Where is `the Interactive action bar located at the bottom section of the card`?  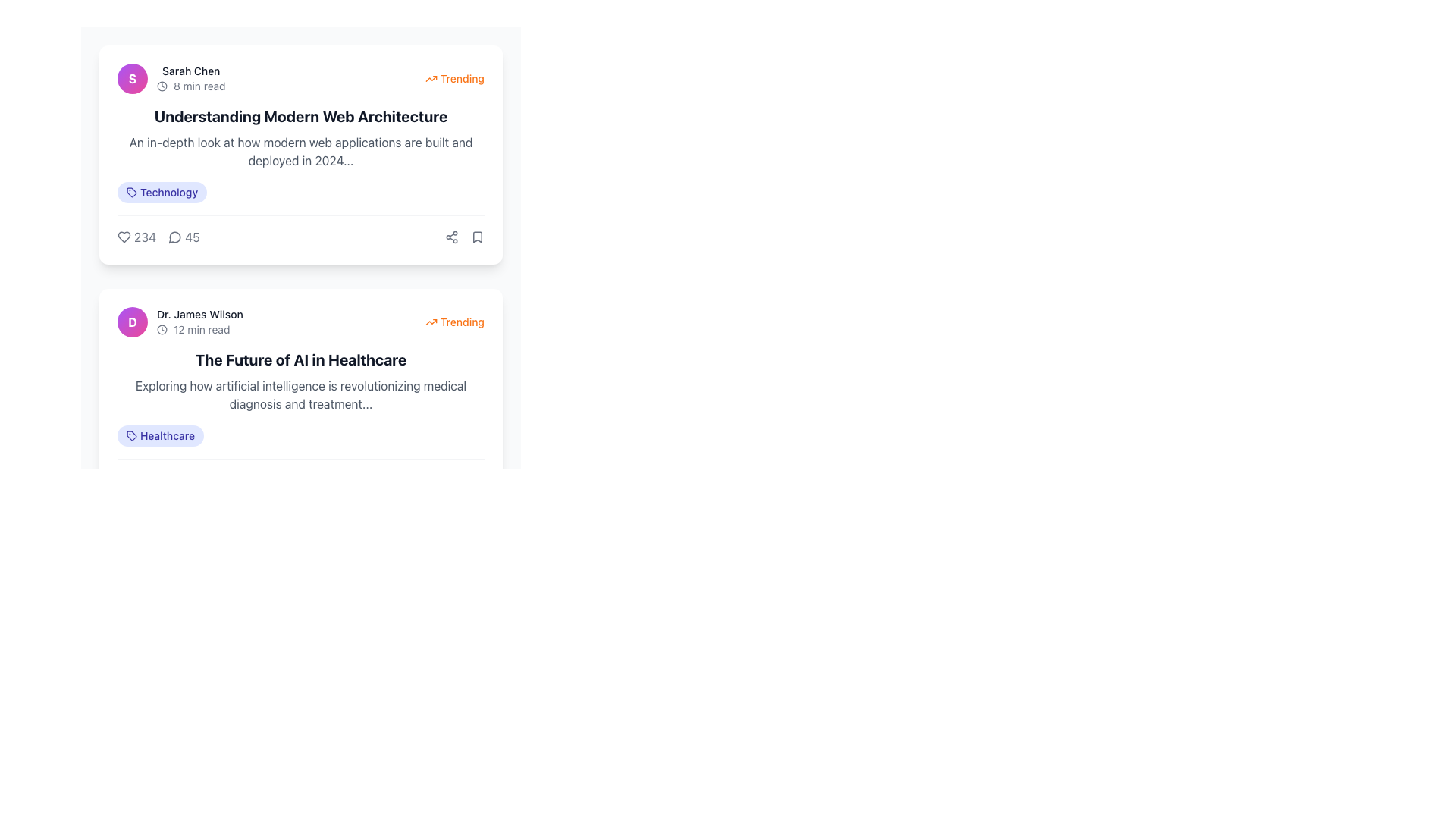 the Interactive action bar located at the bottom section of the card is located at coordinates (301, 231).